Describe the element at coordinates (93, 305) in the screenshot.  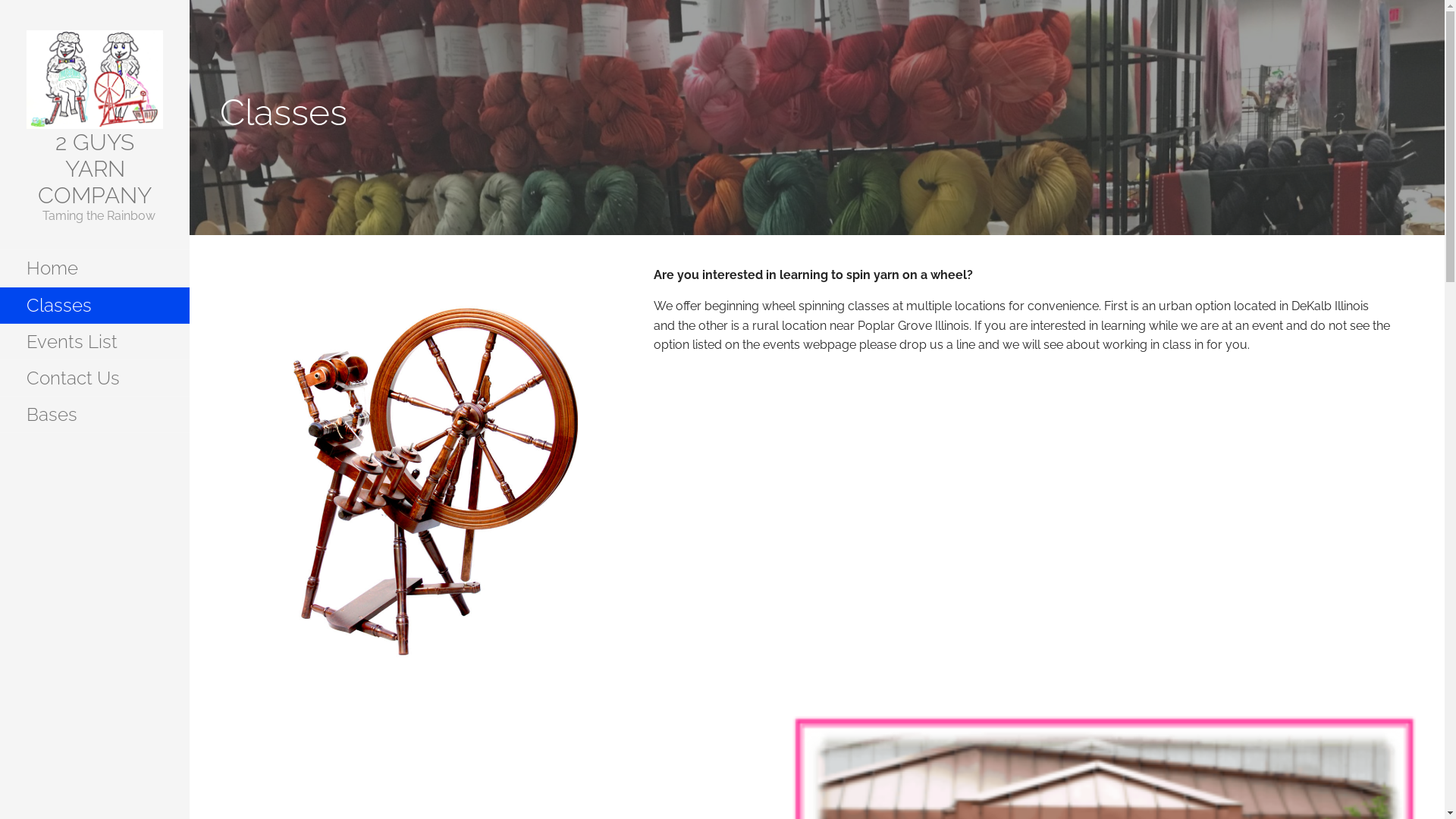
I see `'Classes'` at that location.